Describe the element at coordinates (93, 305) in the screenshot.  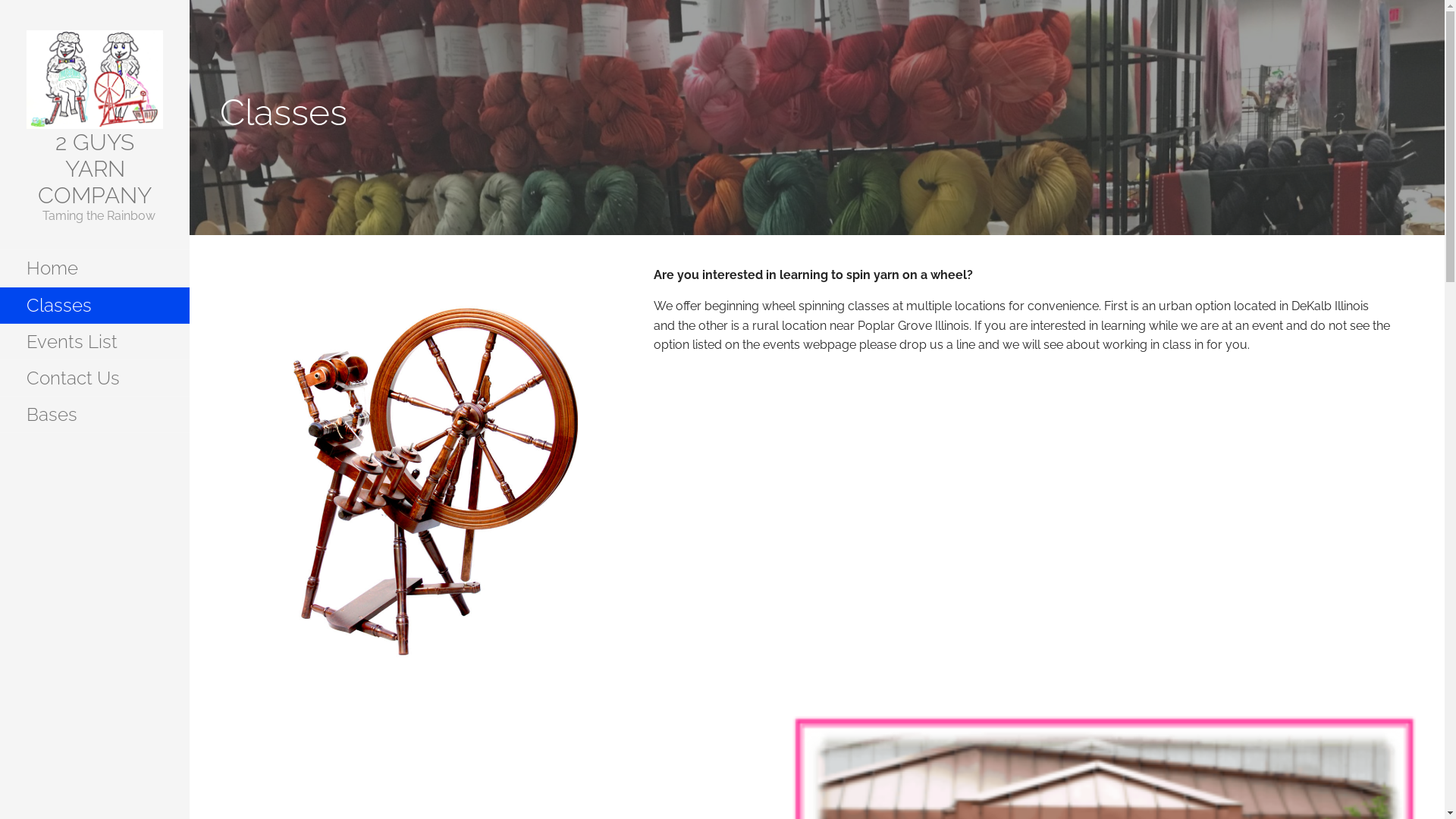
I see `'Classes'` at that location.